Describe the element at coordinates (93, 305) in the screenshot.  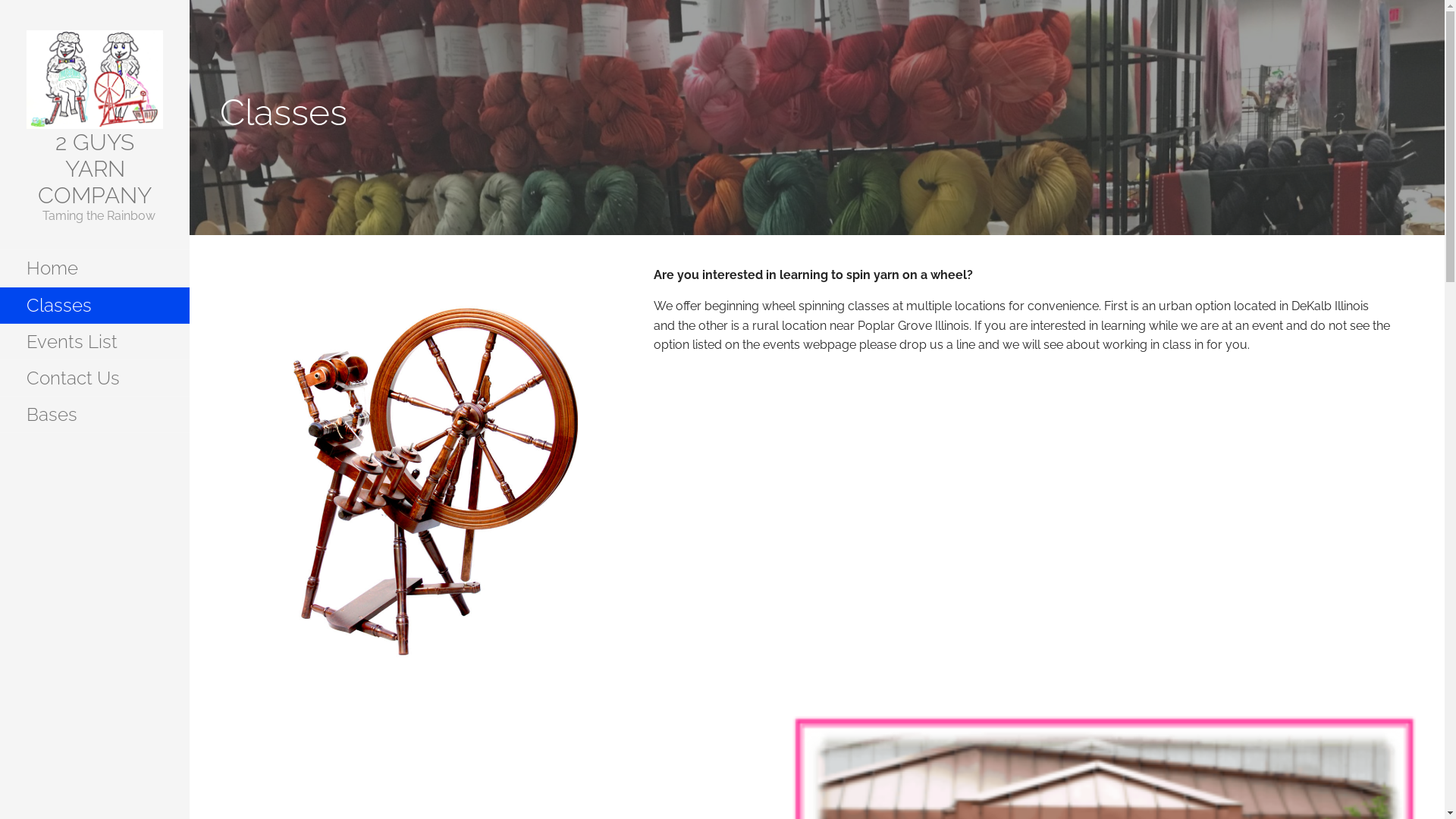
I see `'Classes'` at that location.